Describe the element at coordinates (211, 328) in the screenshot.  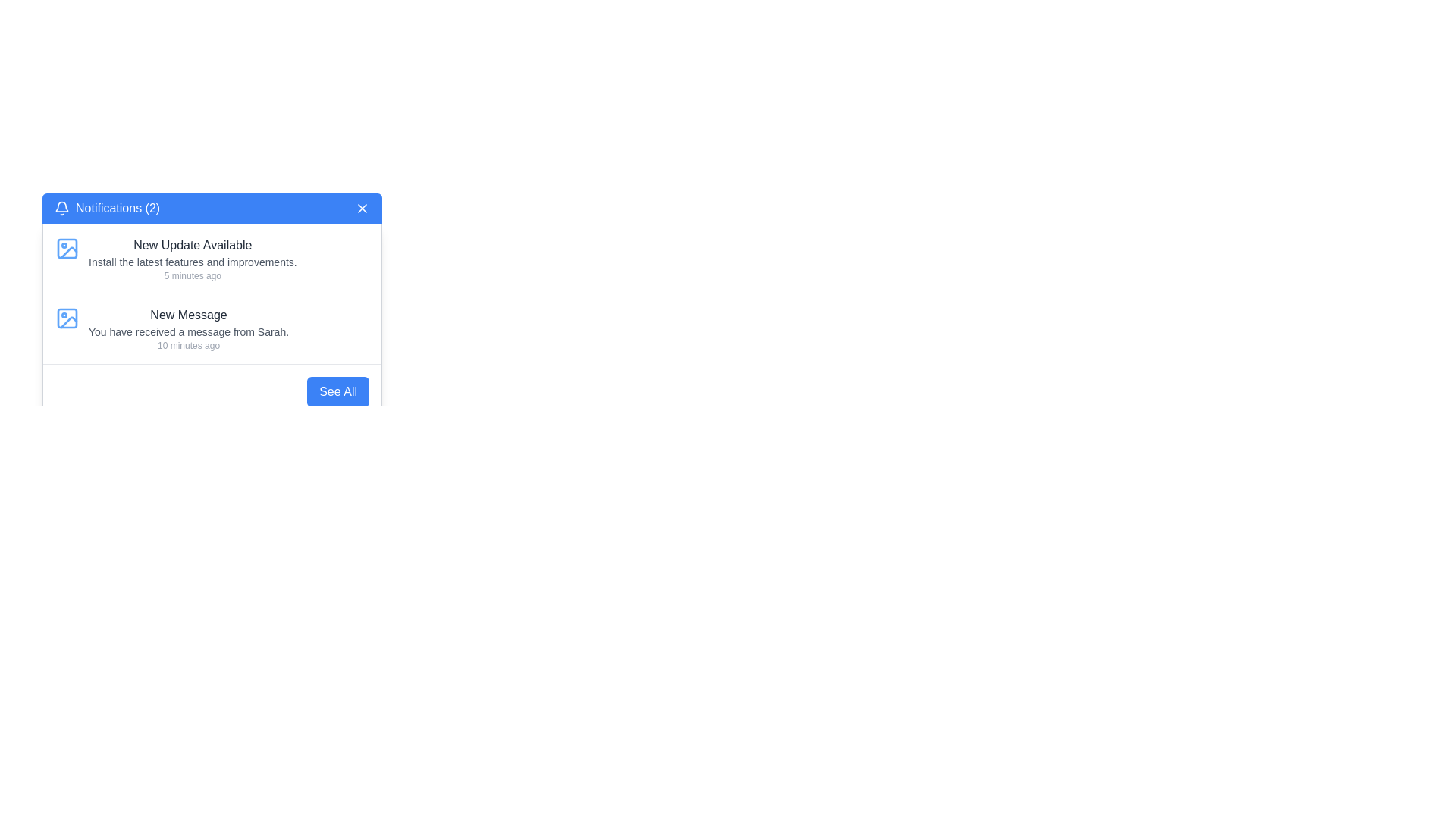
I see `the second Notification Card in the notification dropdown menu` at that location.